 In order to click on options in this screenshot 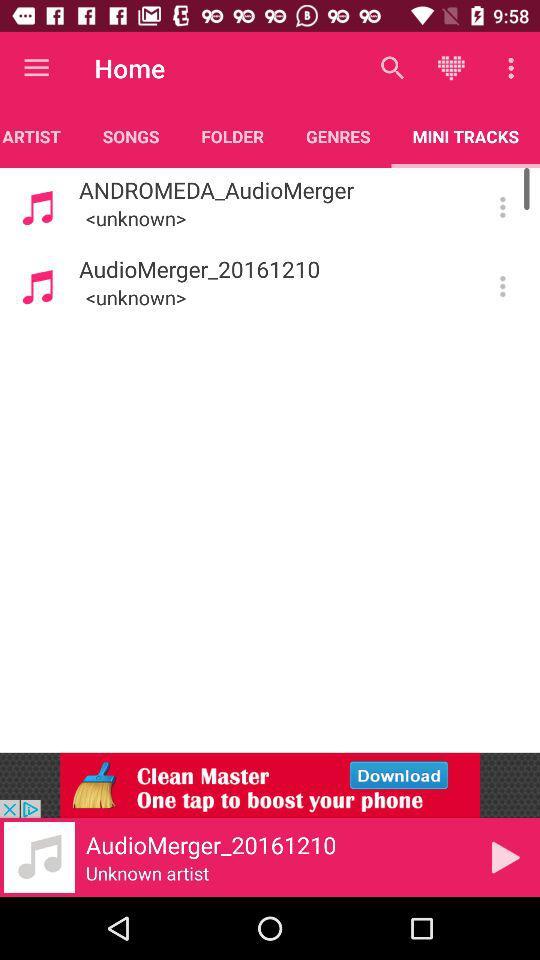, I will do `click(501, 207)`.